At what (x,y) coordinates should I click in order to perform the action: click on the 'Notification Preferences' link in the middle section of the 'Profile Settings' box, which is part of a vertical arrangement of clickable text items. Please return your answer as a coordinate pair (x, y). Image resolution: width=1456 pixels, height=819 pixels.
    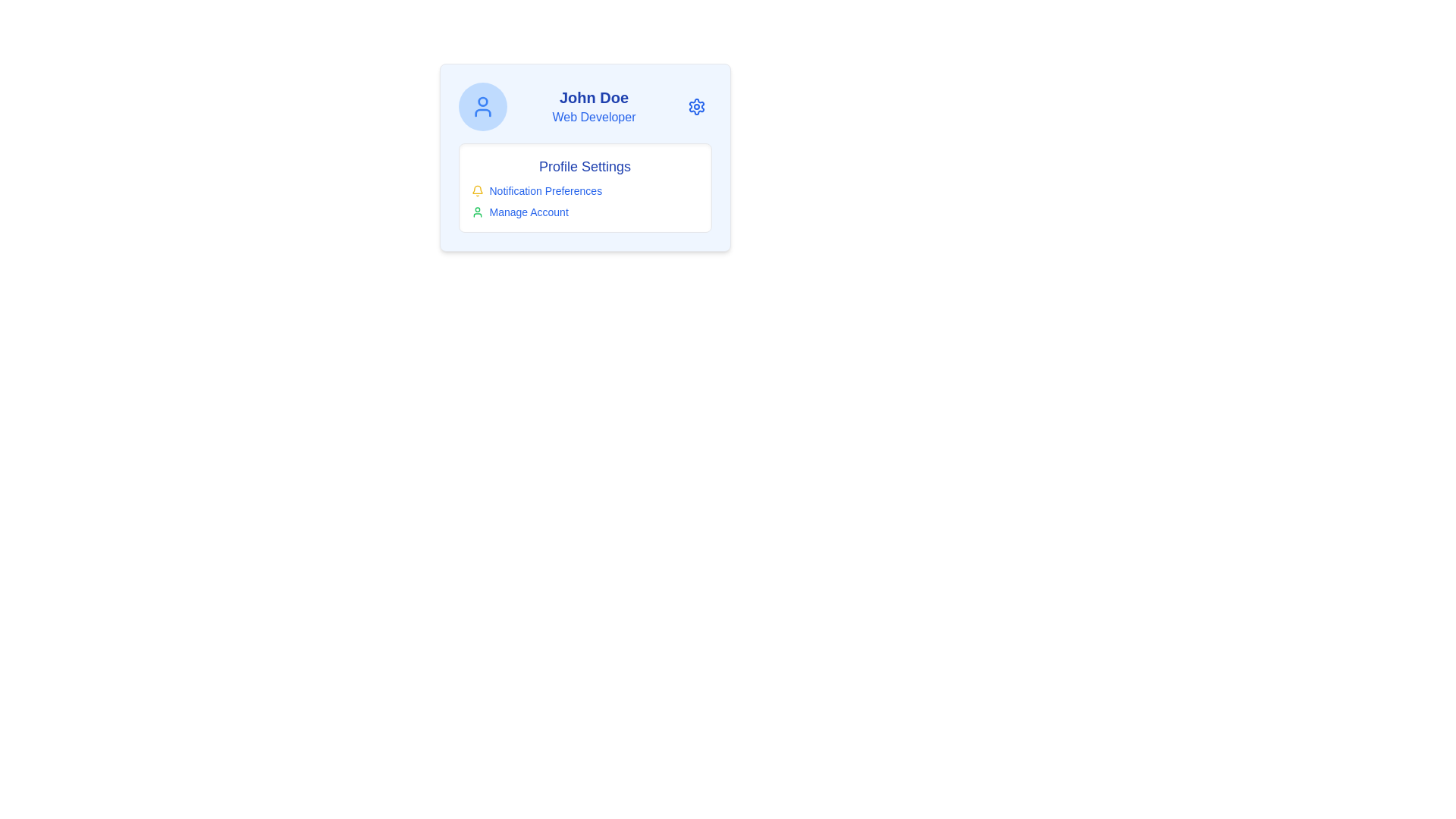
    Looking at the image, I should click on (584, 201).